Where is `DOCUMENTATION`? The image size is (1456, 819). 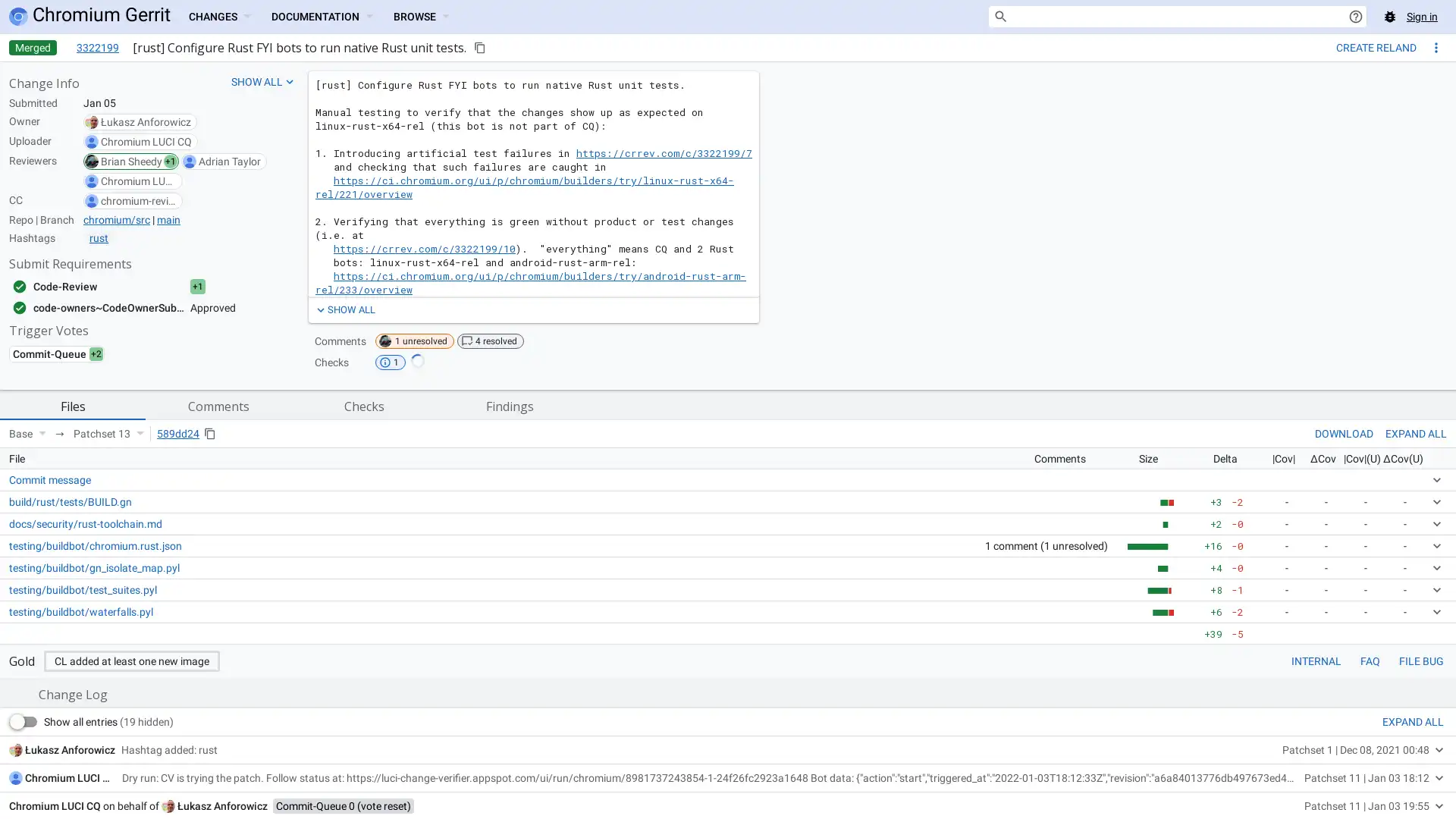
DOCUMENTATION is located at coordinates (320, 17).